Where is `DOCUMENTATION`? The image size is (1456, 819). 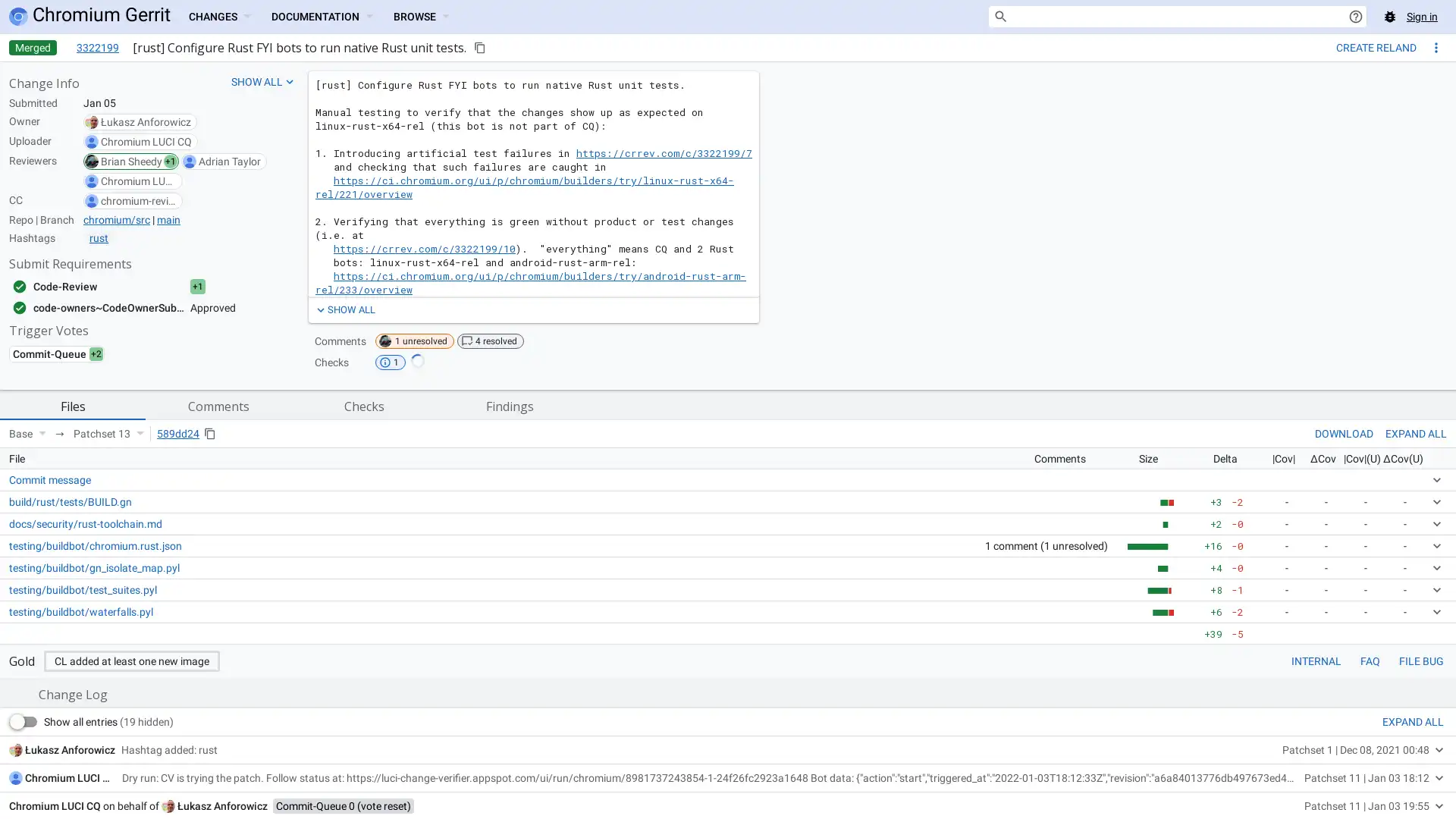
DOCUMENTATION is located at coordinates (320, 17).